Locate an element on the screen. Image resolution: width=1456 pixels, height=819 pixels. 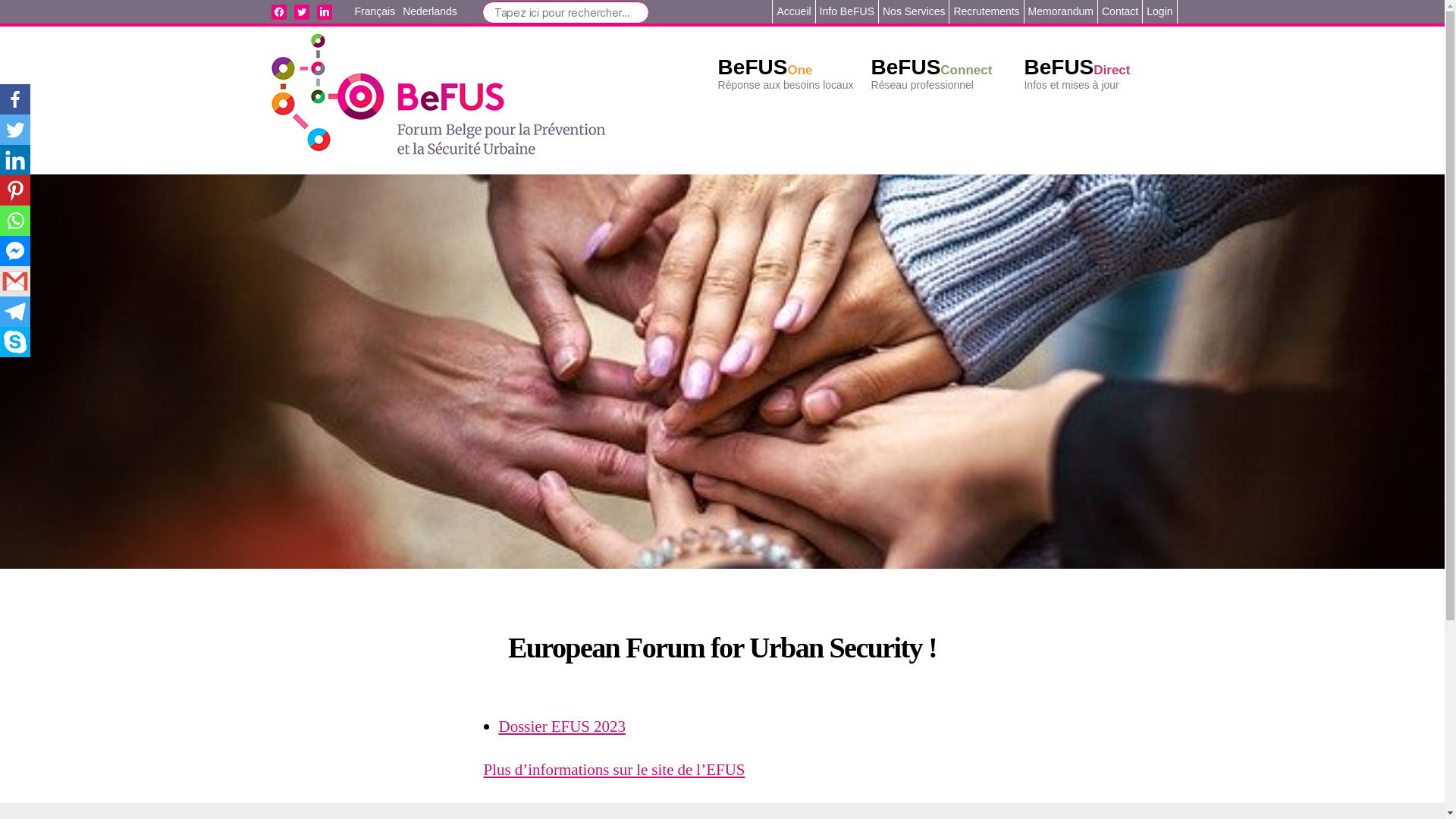
'Telegram' is located at coordinates (14, 311).